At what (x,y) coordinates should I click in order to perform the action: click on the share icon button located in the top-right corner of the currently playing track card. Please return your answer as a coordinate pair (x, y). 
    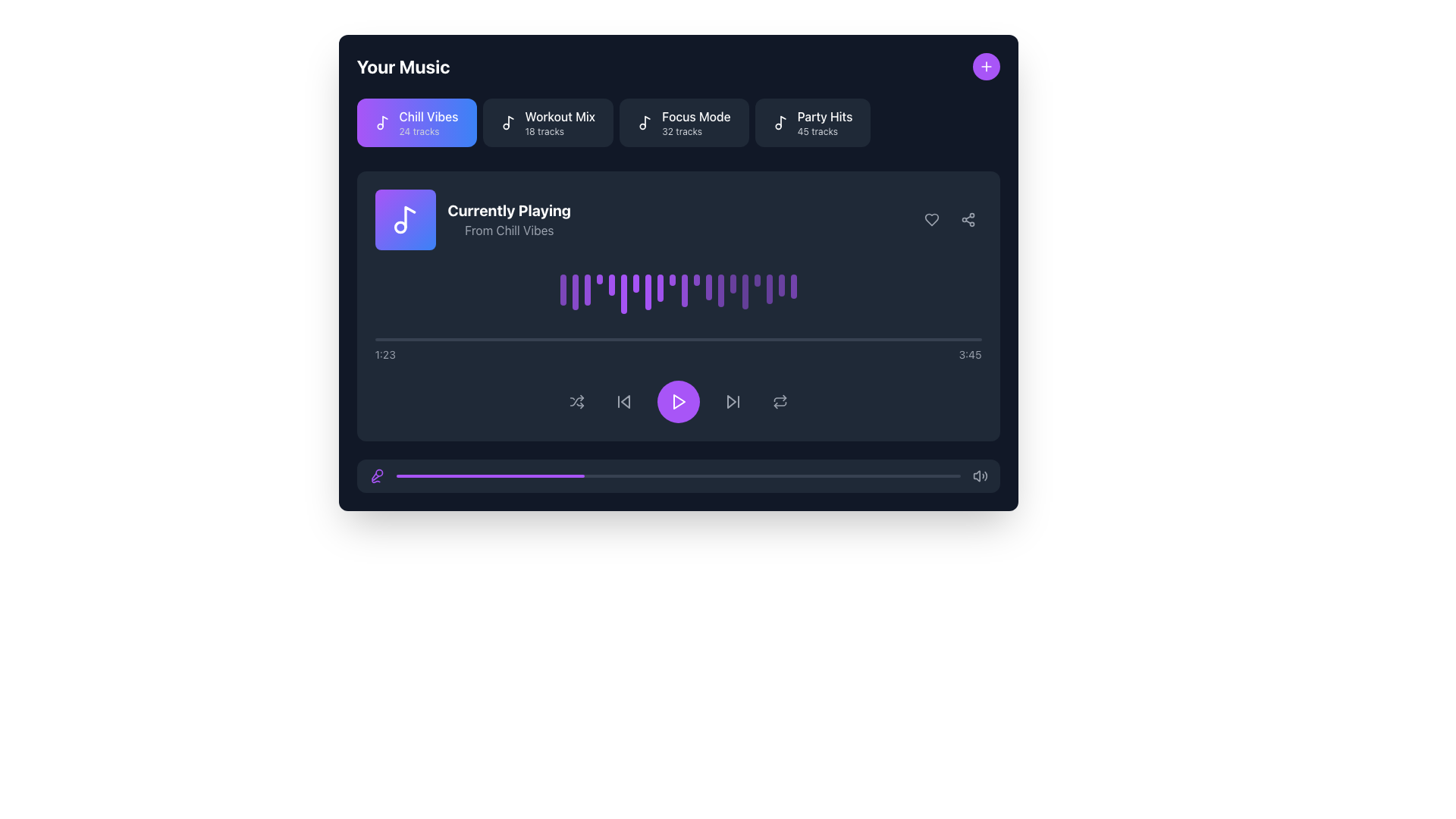
    Looking at the image, I should click on (967, 219).